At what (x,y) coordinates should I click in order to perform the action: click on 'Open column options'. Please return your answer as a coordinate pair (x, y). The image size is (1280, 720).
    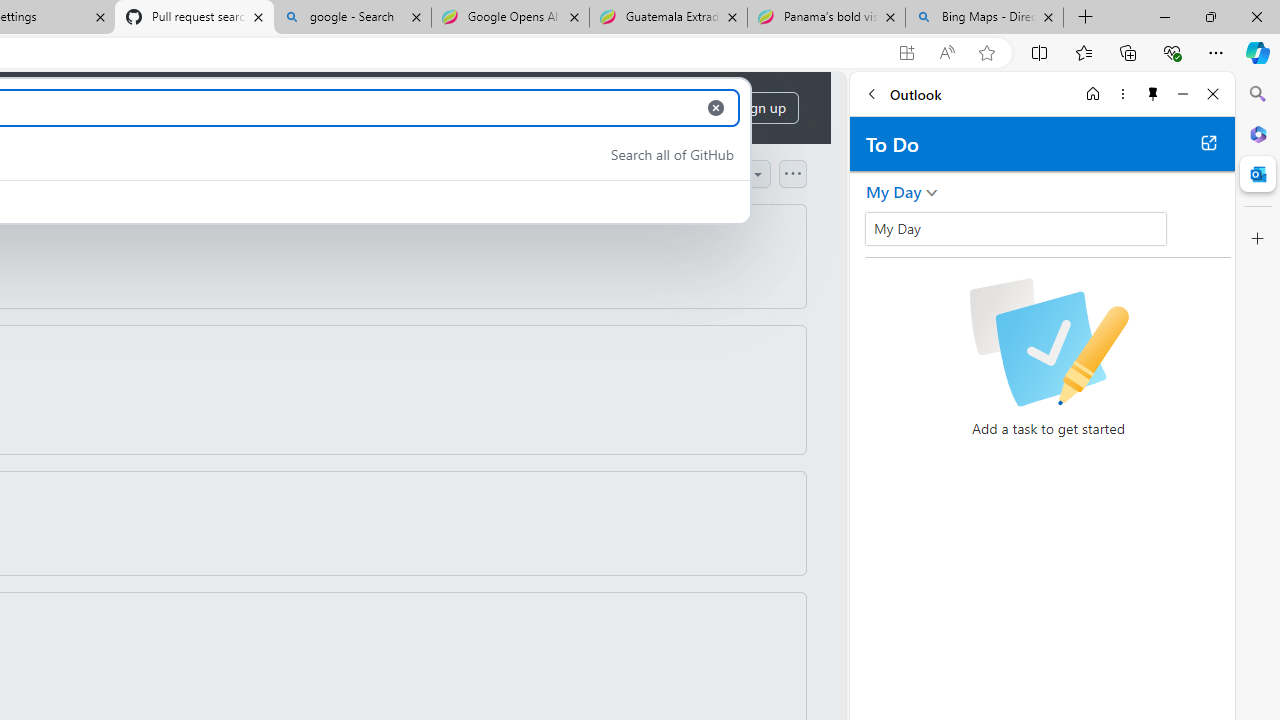
    Looking at the image, I should click on (791, 172).